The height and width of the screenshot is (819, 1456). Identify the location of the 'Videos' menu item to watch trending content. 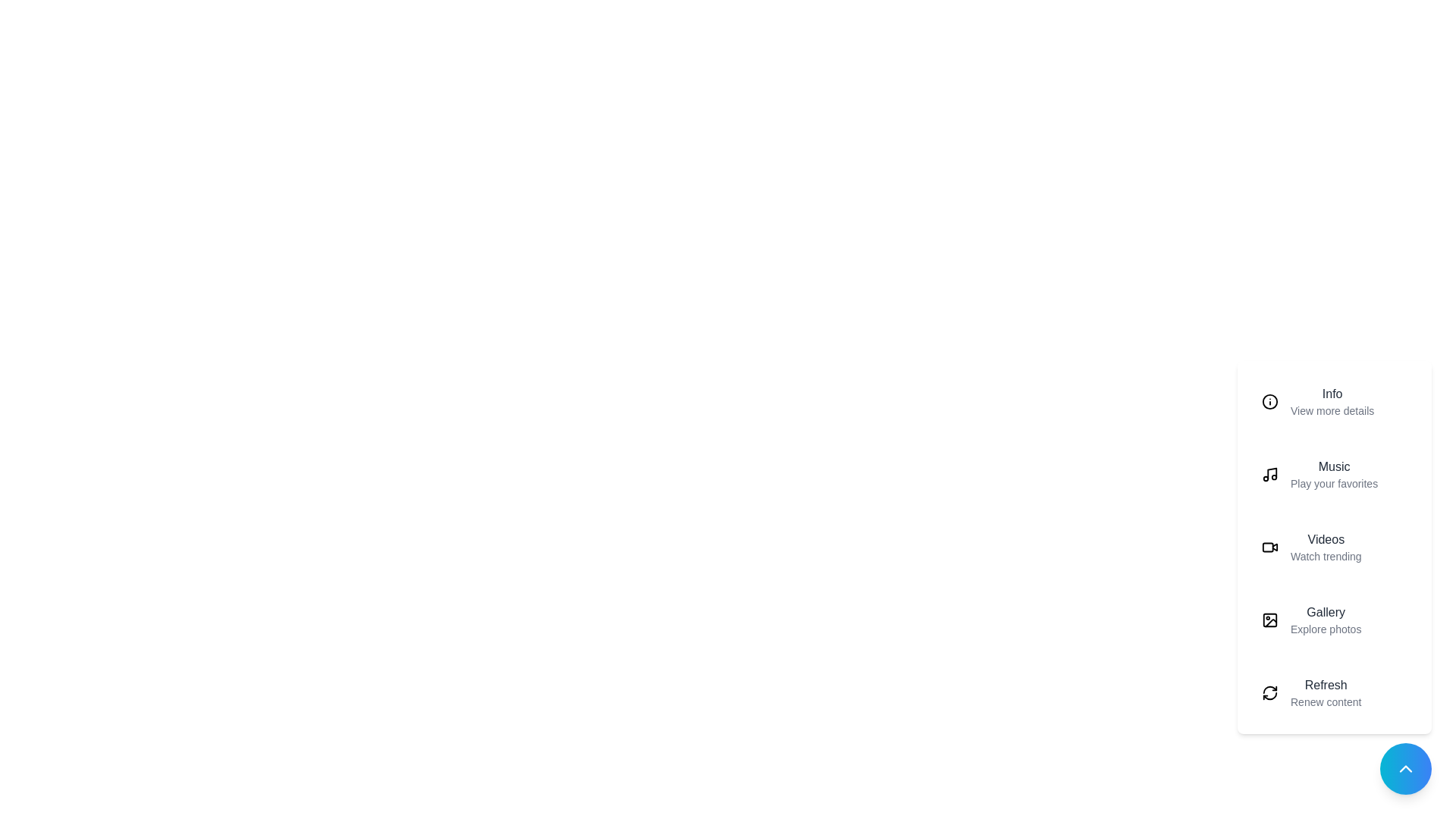
(1335, 547).